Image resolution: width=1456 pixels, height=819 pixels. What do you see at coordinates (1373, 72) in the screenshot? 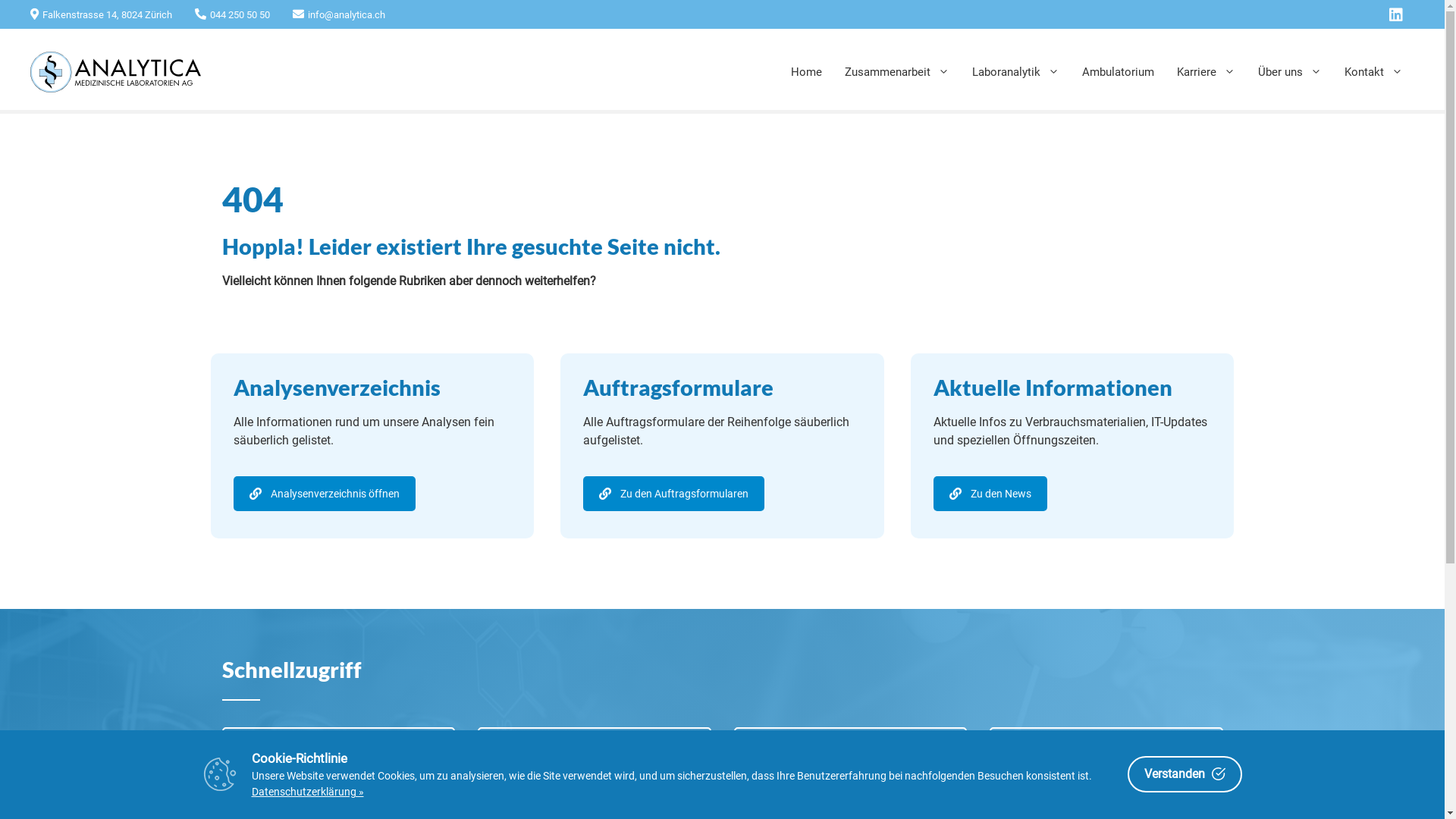
I see `'Kontakt'` at bounding box center [1373, 72].